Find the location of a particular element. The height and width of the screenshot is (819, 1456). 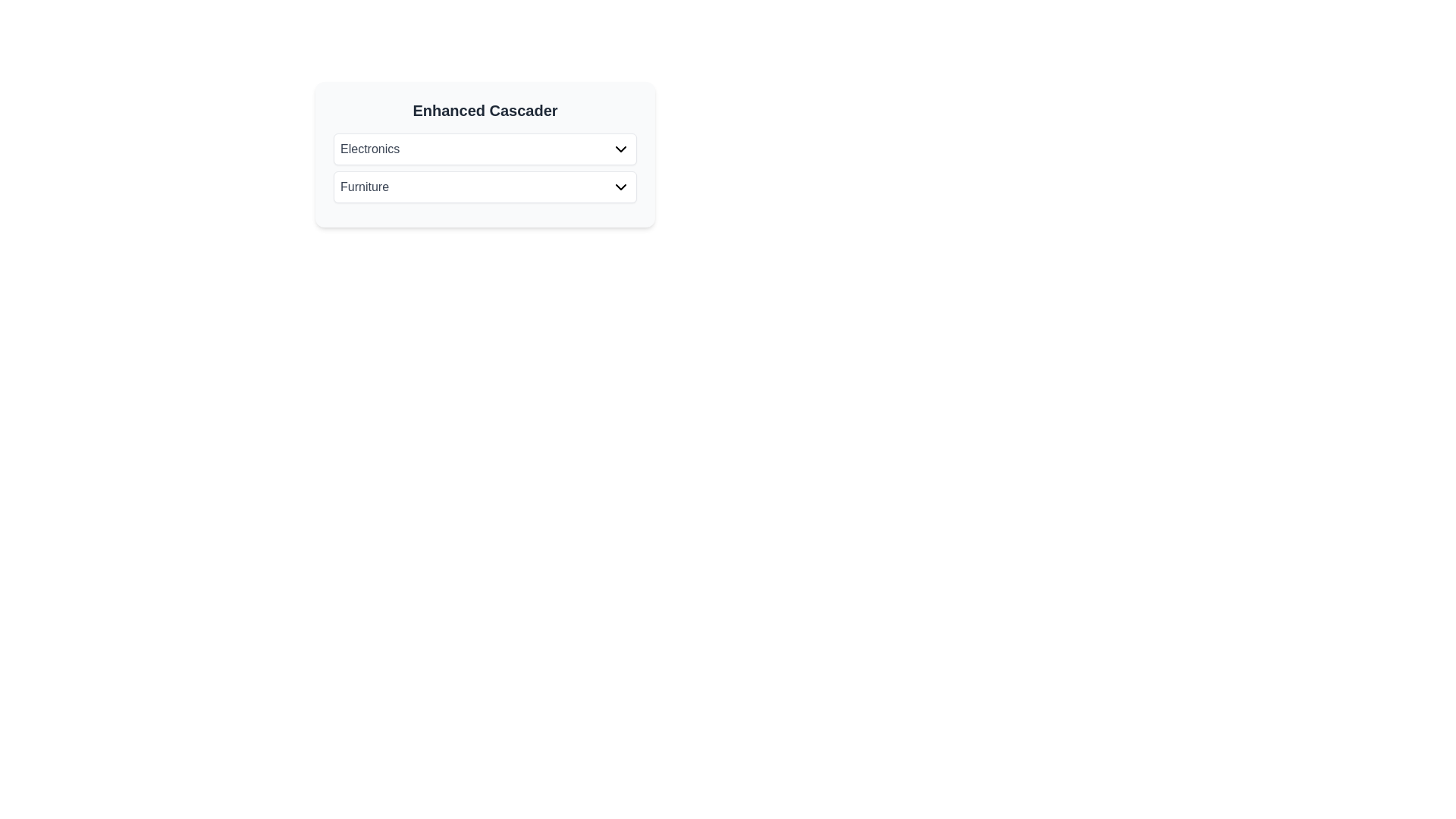

the chevron-down SVG icon located to the far right of the 'Furniture' button is located at coordinates (621, 186).